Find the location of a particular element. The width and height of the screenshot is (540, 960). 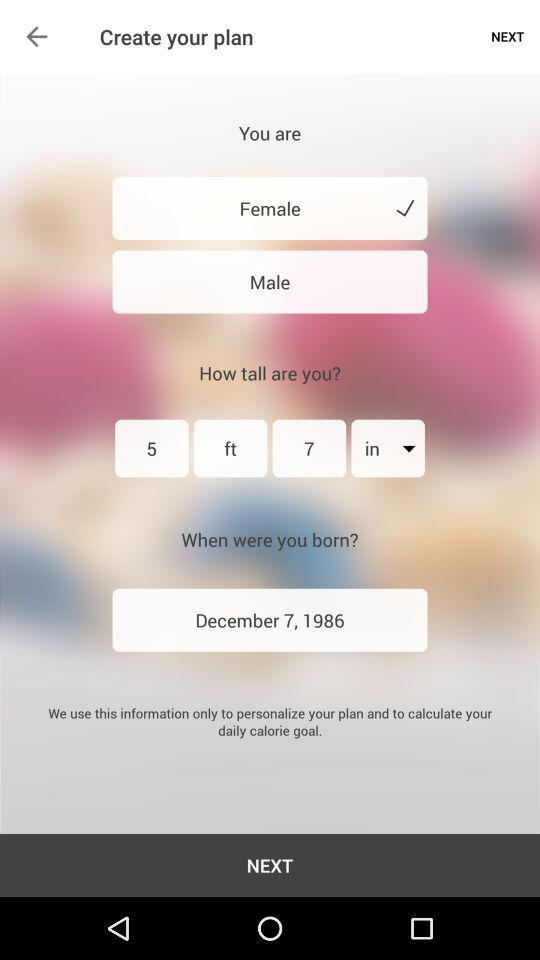

third box of how tall are you from left is located at coordinates (309, 448).